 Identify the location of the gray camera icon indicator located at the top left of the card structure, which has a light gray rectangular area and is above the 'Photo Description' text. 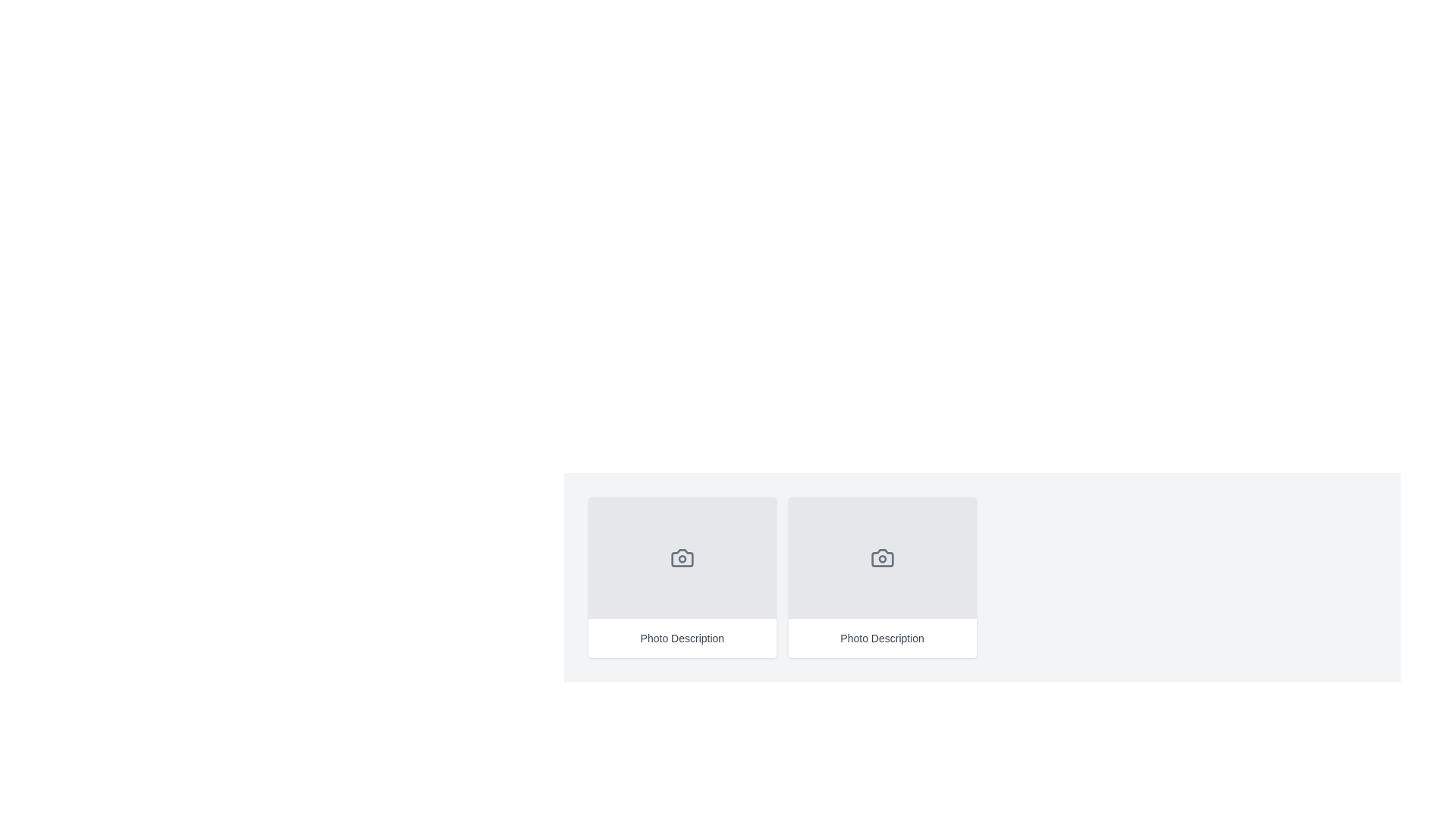
(681, 558).